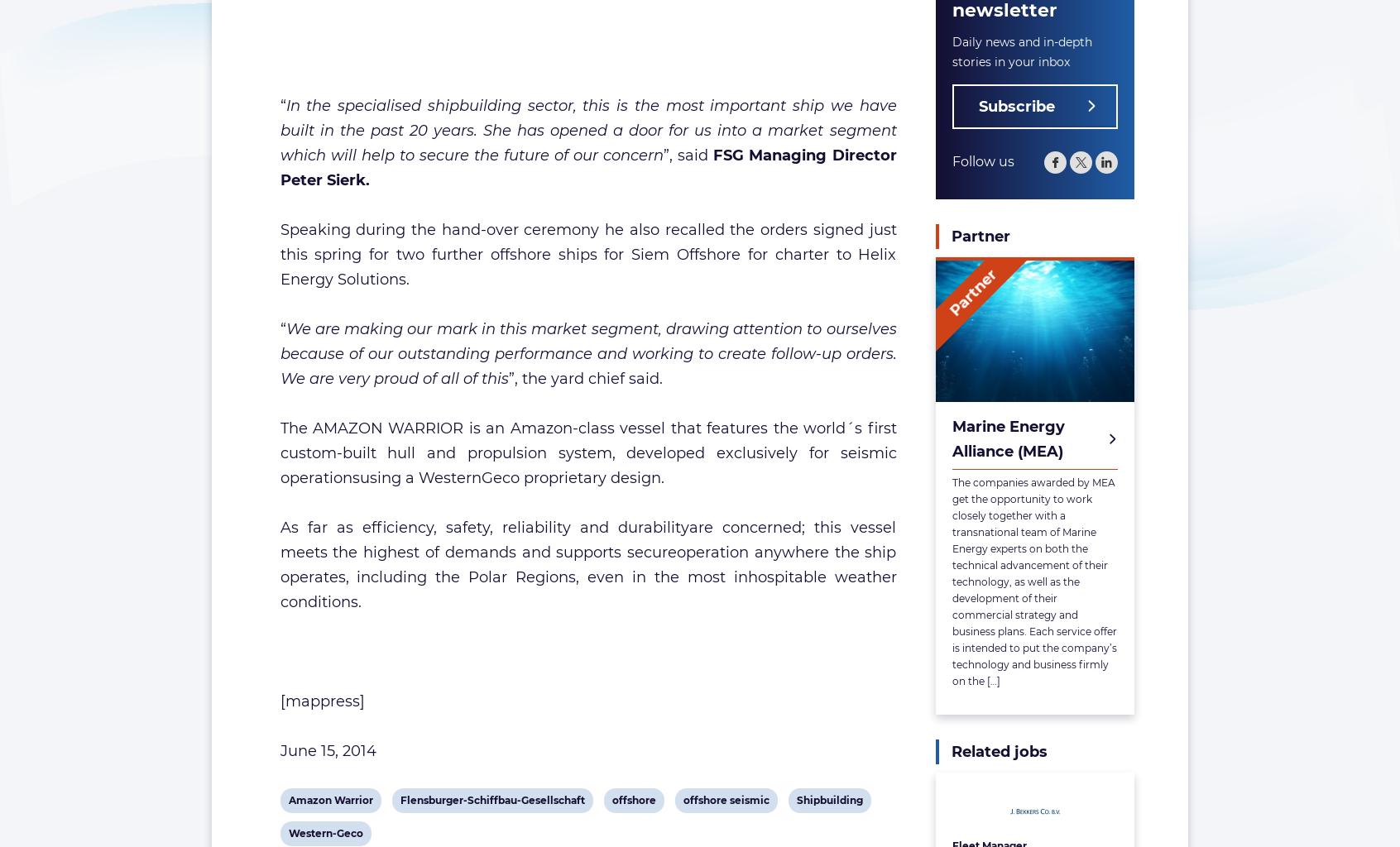 The width and height of the screenshot is (1400, 847). Describe the element at coordinates (507, 379) in the screenshot. I see `'”, the yard chief said.'` at that location.